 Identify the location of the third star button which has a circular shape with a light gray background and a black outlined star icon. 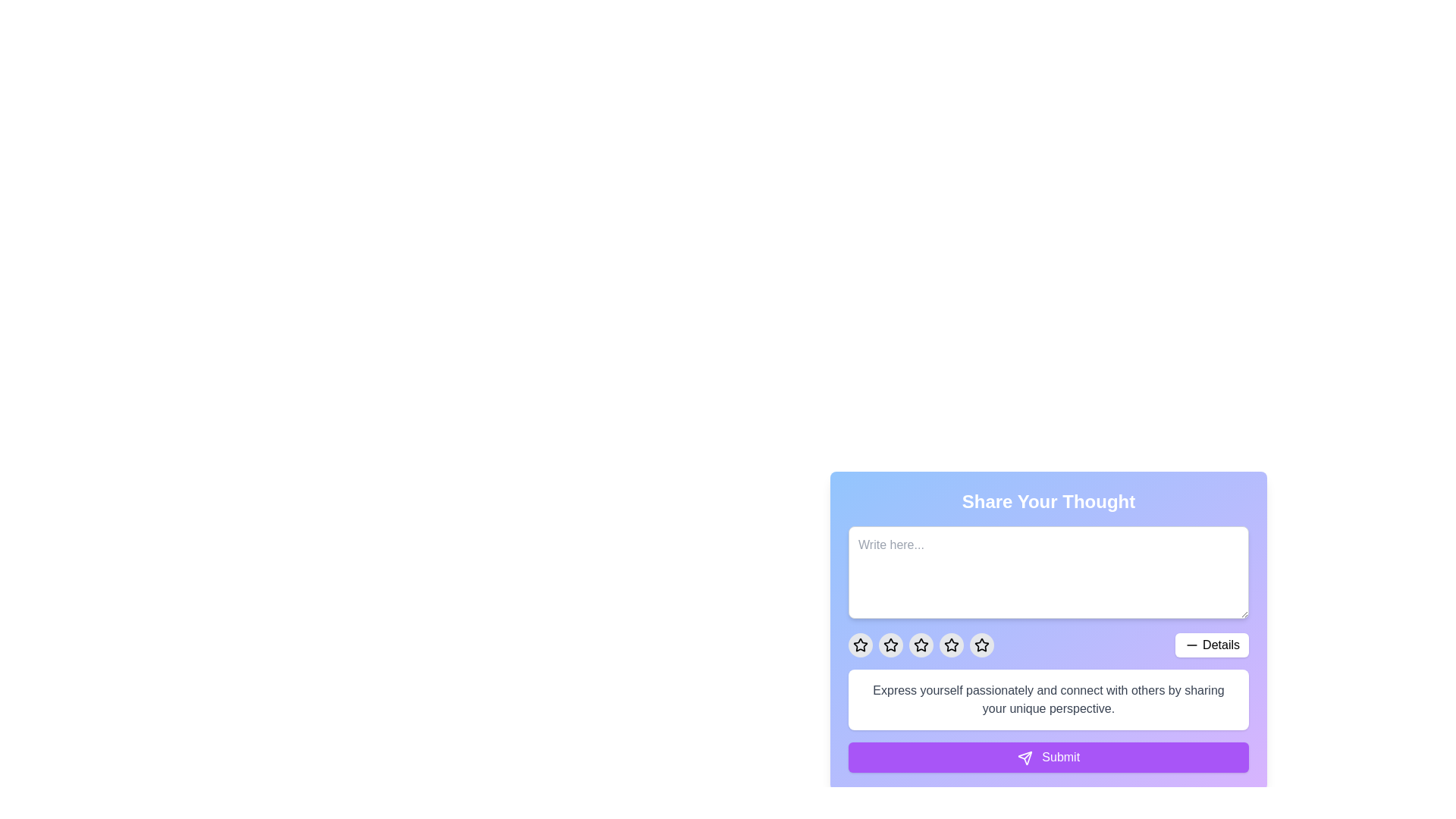
(920, 645).